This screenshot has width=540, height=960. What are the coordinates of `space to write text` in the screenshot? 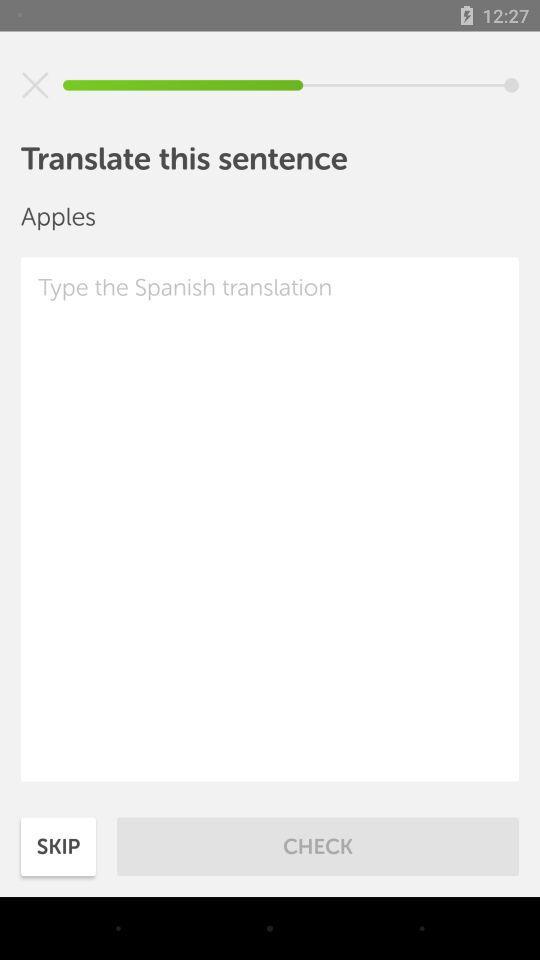 It's located at (270, 518).